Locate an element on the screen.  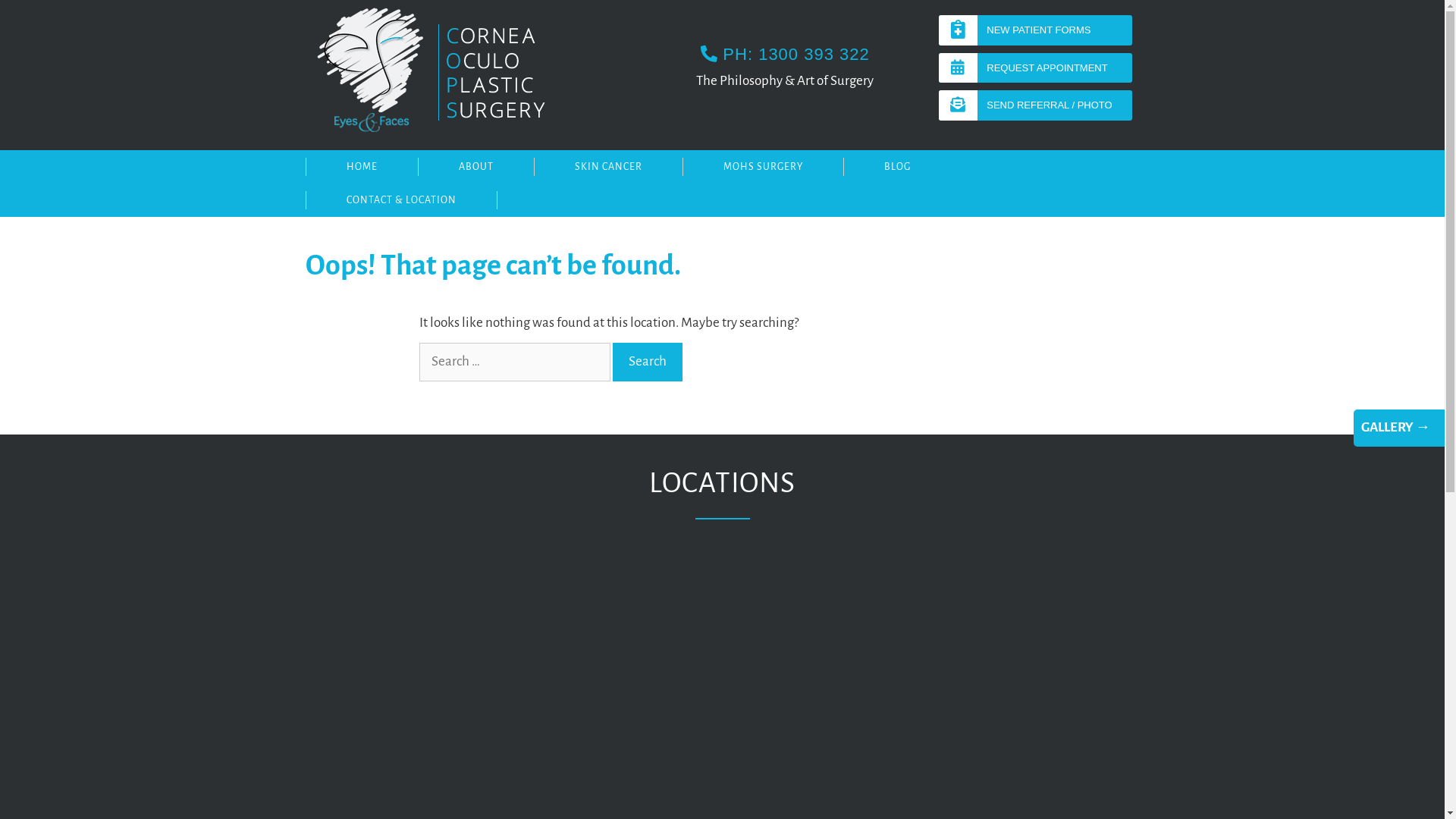
'NEW PATIENT FORMS' is located at coordinates (1034, 30).